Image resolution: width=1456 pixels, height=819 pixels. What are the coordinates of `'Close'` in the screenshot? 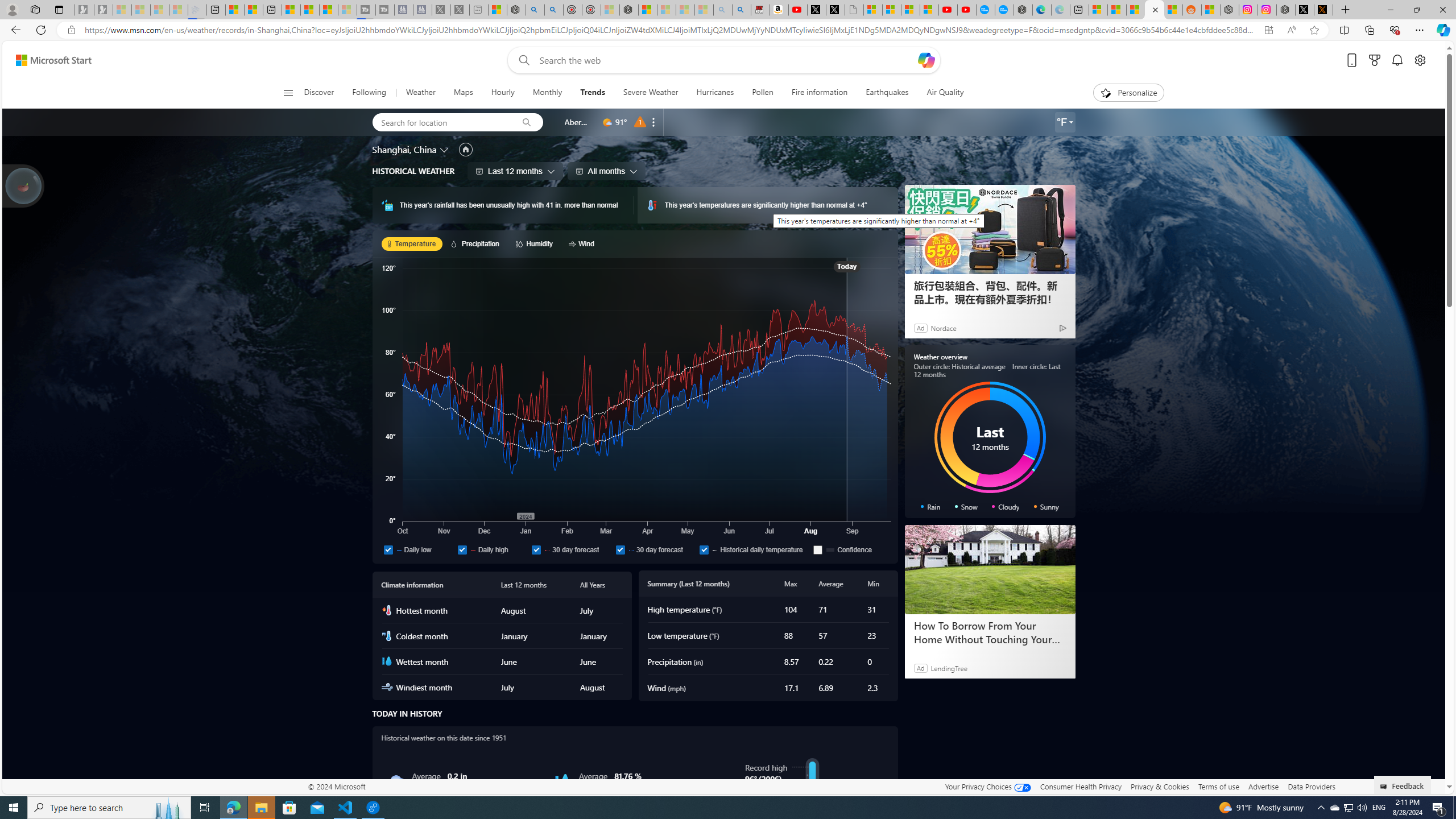 It's located at (1442, 9).